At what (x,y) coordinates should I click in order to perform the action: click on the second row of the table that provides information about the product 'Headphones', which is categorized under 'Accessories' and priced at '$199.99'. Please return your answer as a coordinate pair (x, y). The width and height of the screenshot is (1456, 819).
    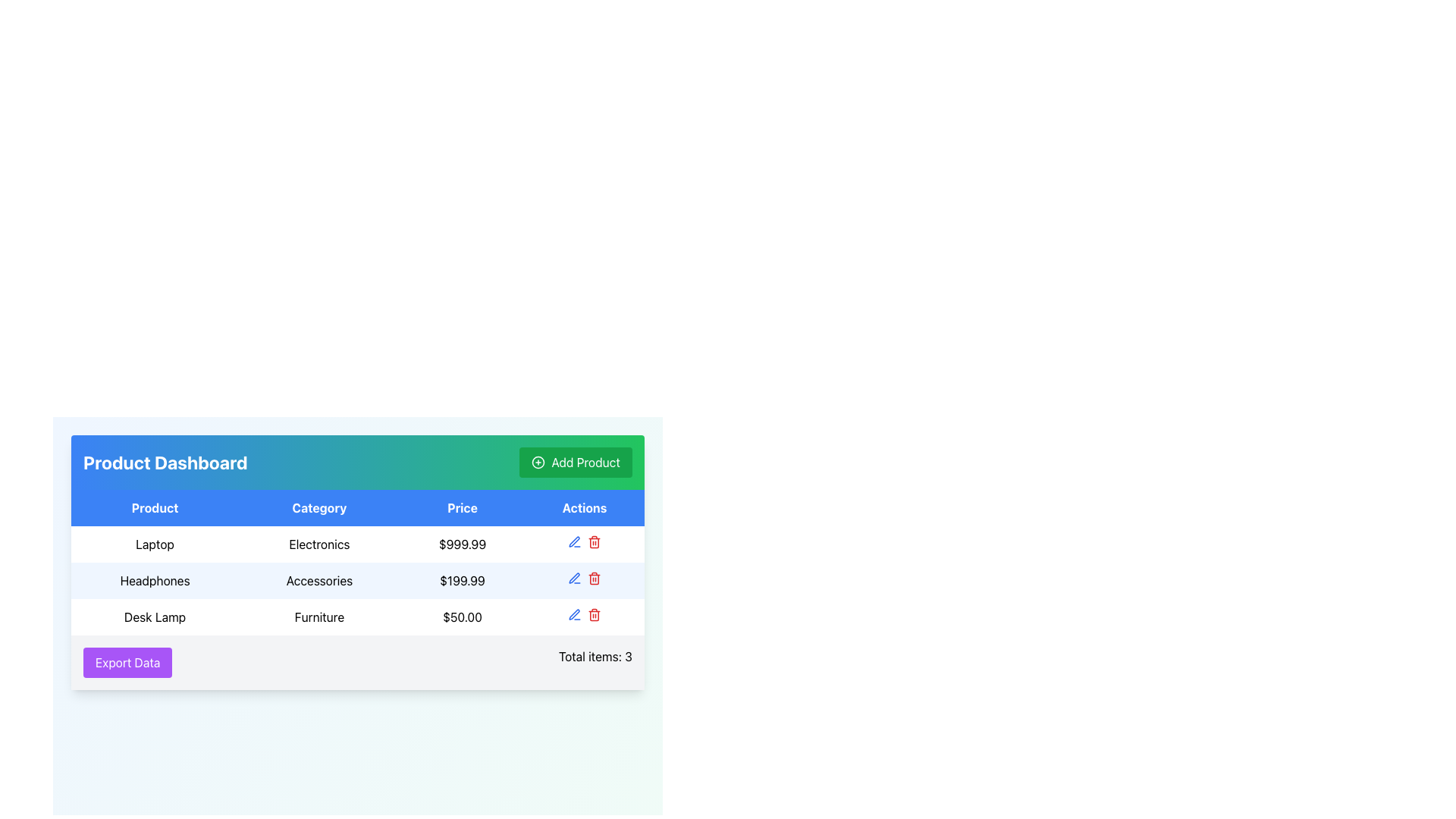
    Looking at the image, I should click on (356, 580).